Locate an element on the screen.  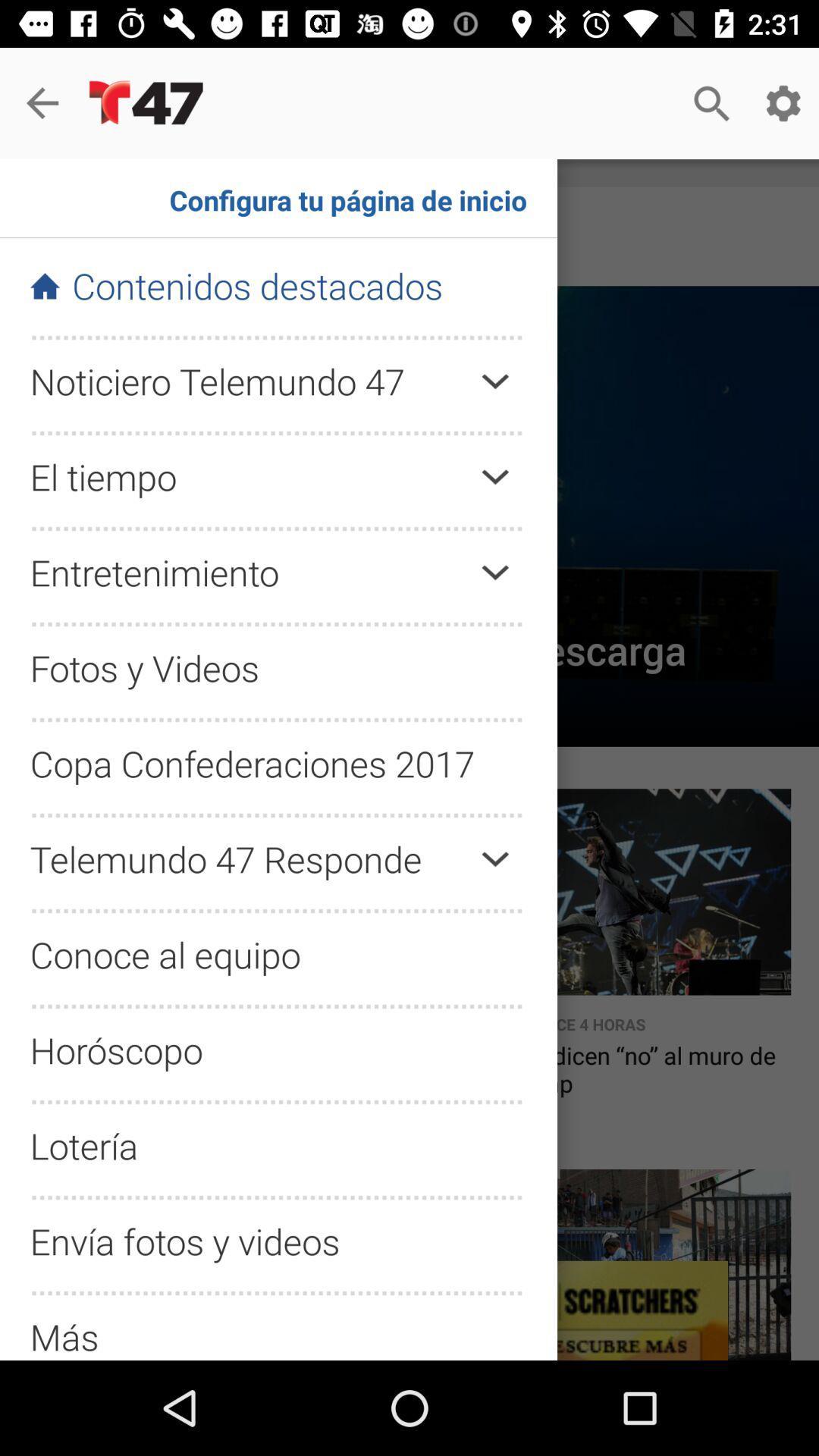
search button is located at coordinates (711, 103).